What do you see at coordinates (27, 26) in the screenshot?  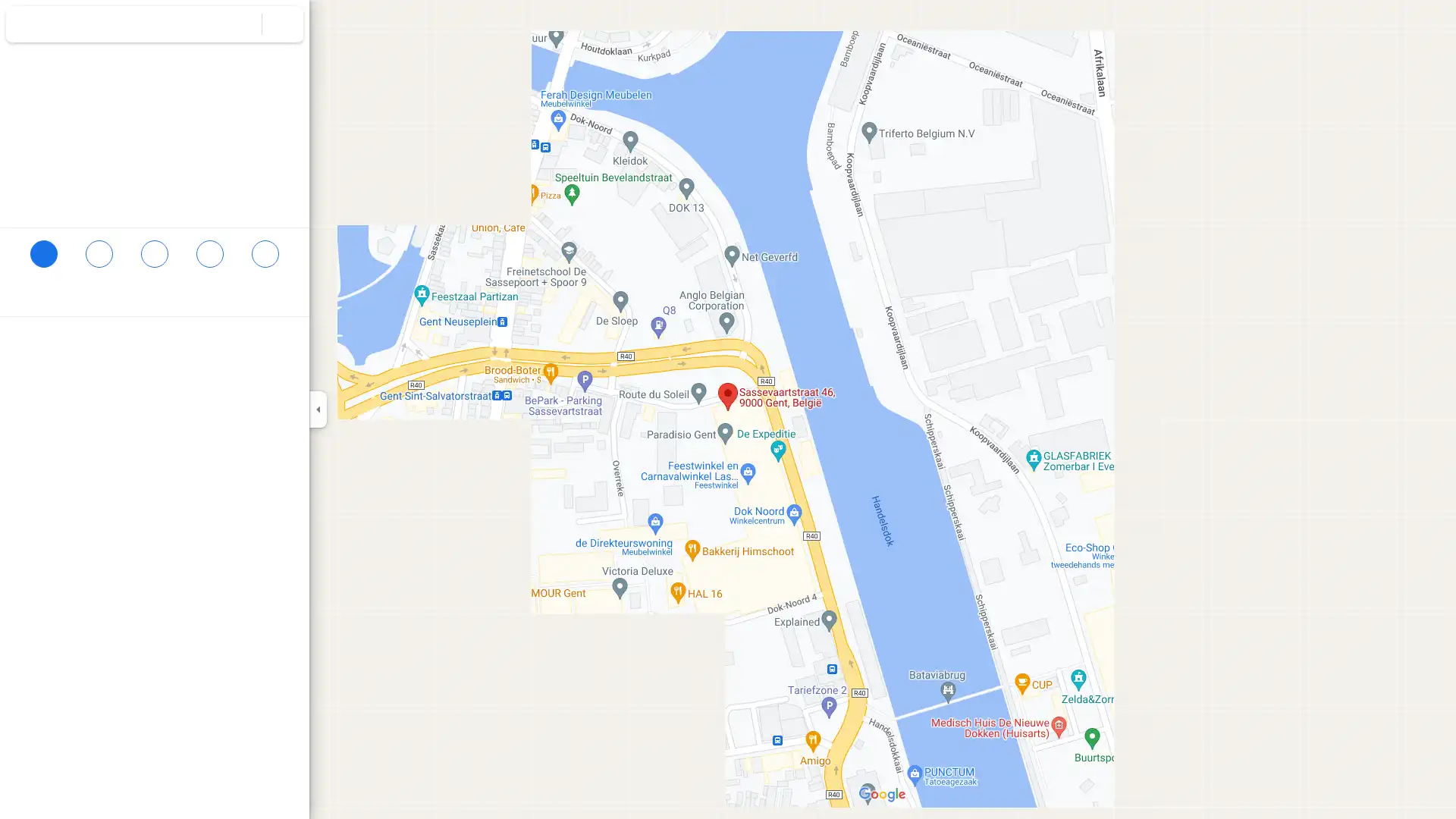 I see `Menu` at bounding box center [27, 26].